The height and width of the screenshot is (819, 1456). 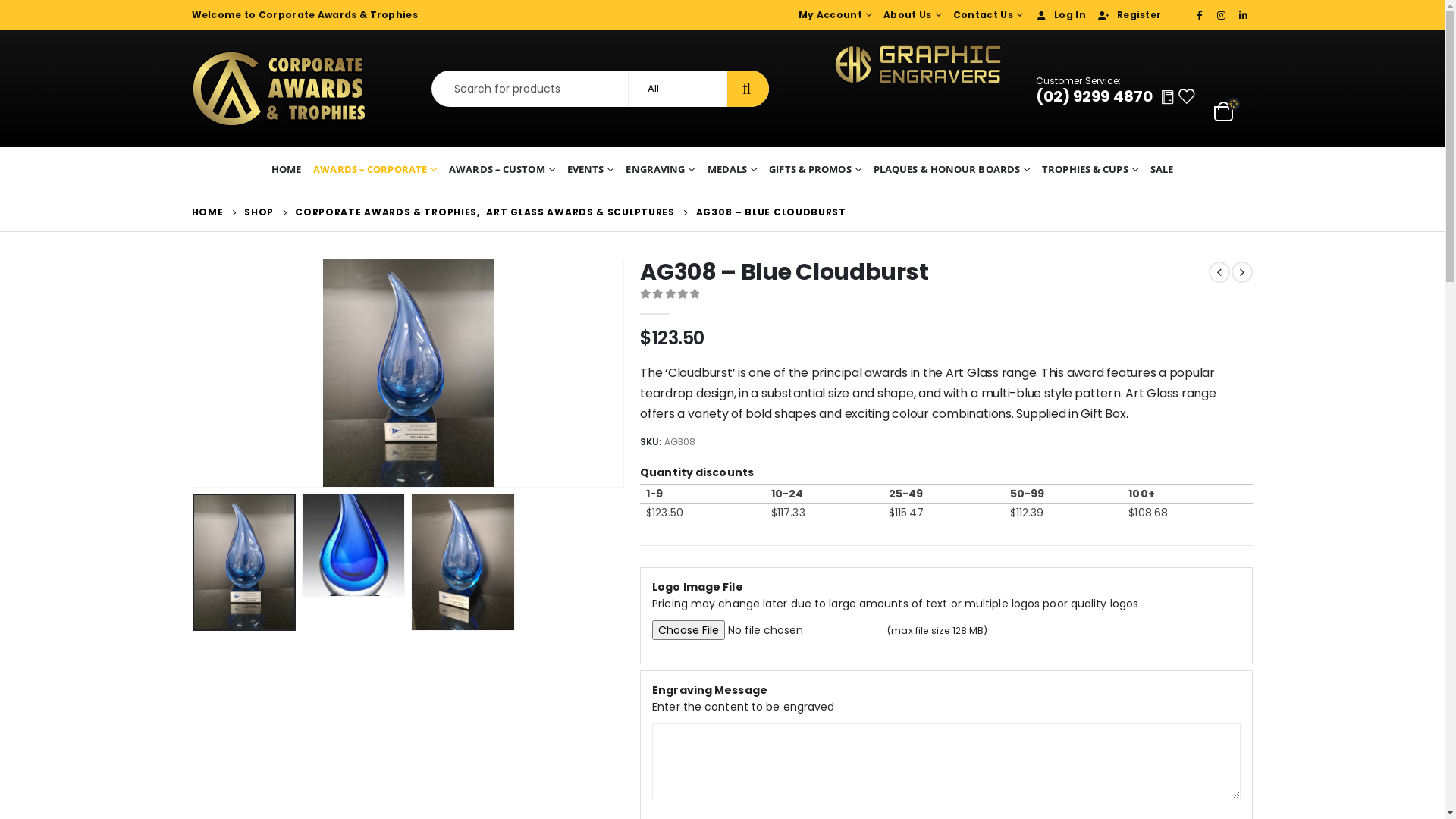 What do you see at coordinates (1244, 14) in the screenshot?
I see `'LinkedIn'` at bounding box center [1244, 14].